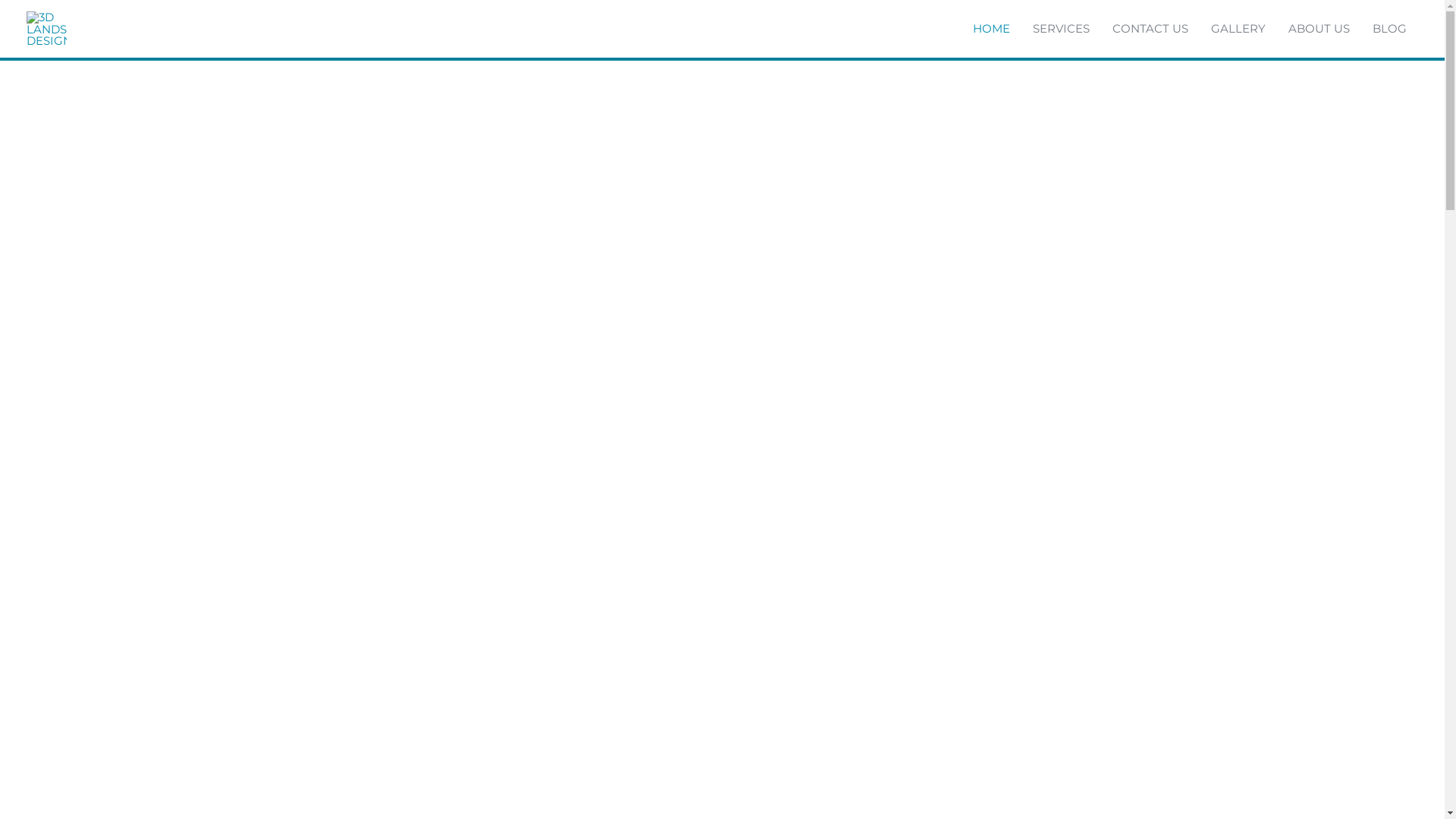 The image size is (1456, 819). Describe the element at coordinates (1150, 29) in the screenshot. I see `'CONTACT US'` at that location.